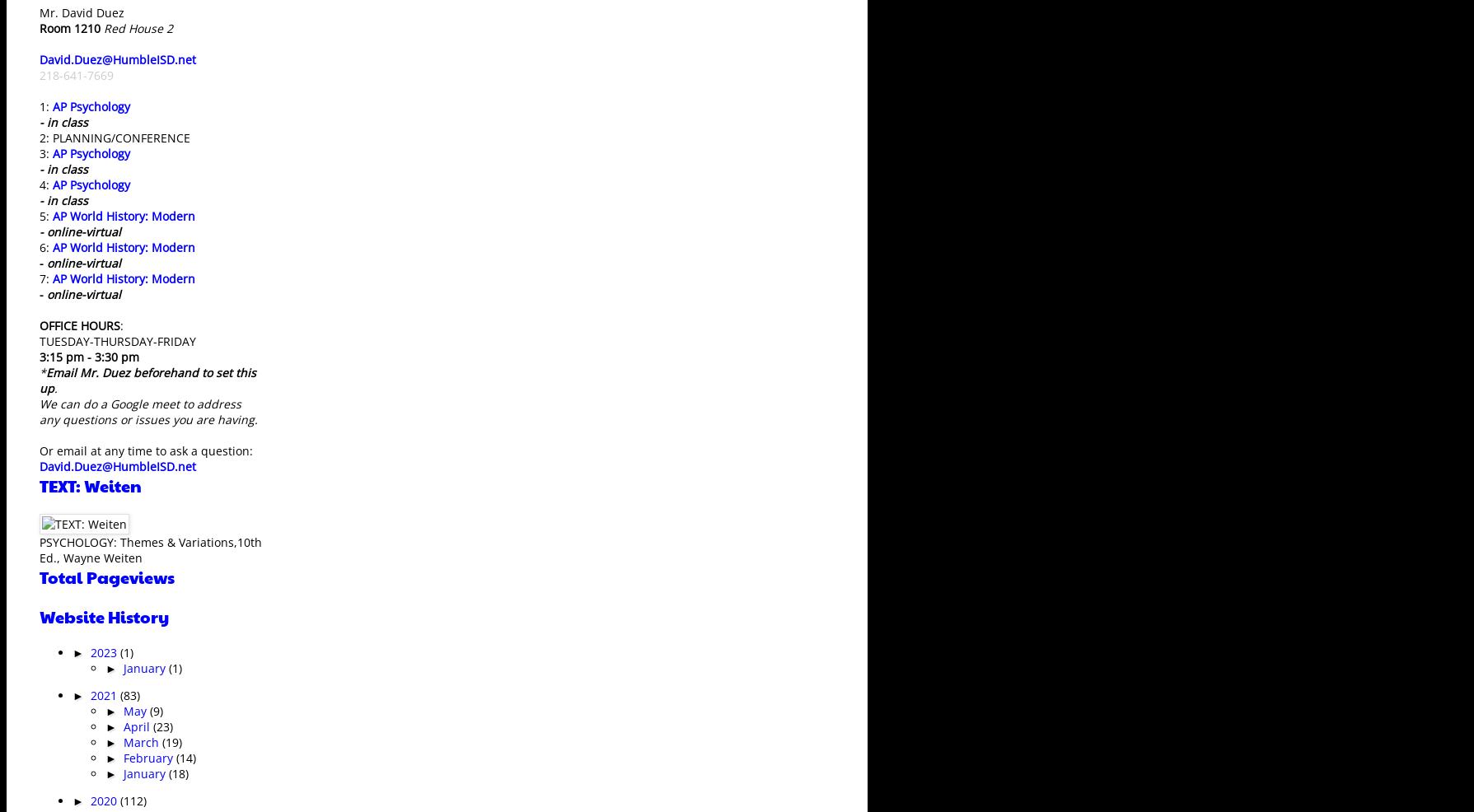 Image resolution: width=1474 pixels, height=812 pixels. Describe the element at coordinates (129, 693) in the screenshot. I see `'(83)'` at that location.